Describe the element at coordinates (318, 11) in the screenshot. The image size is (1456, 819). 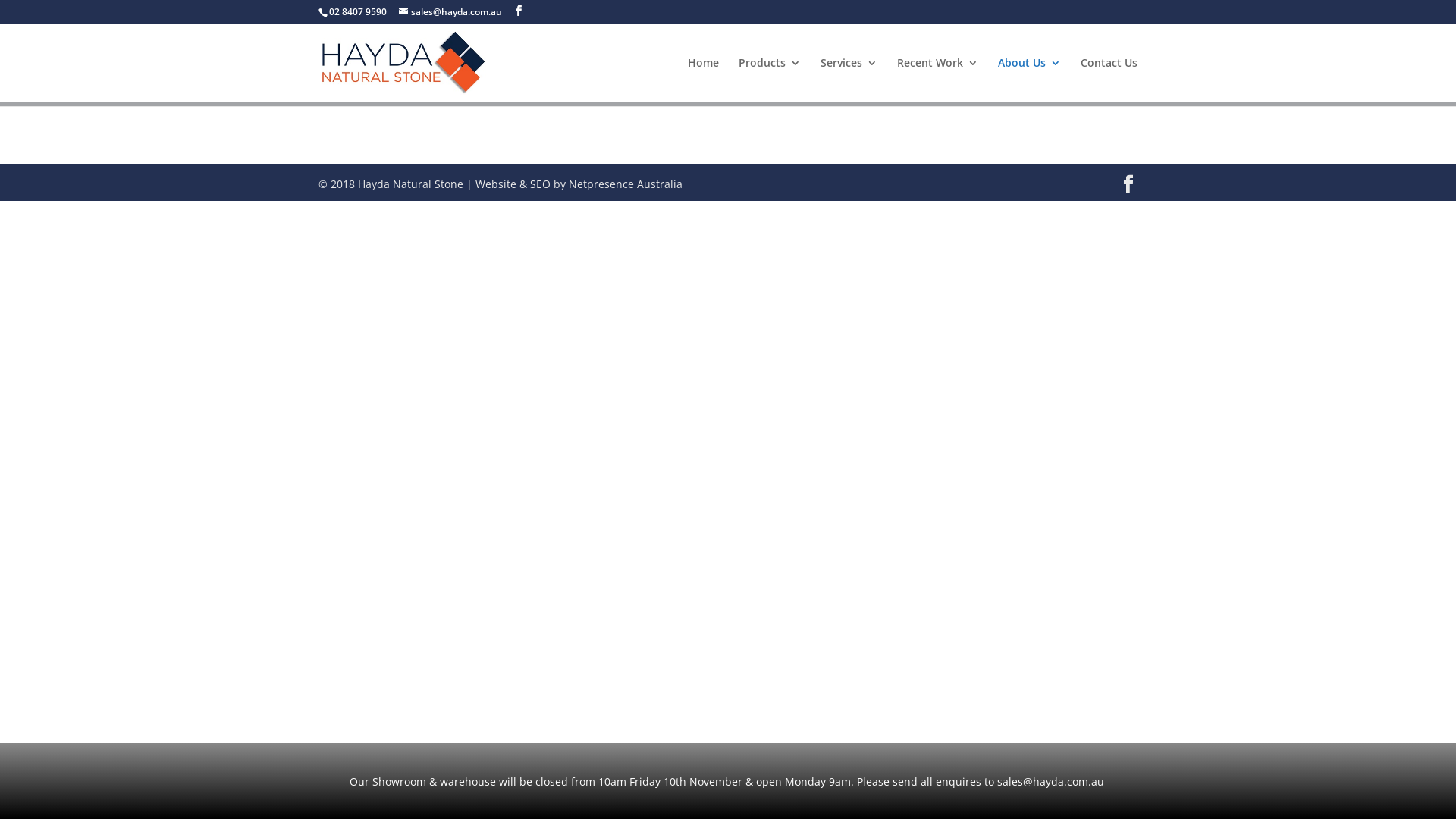
I see `'02 8407 9590'` at that location.